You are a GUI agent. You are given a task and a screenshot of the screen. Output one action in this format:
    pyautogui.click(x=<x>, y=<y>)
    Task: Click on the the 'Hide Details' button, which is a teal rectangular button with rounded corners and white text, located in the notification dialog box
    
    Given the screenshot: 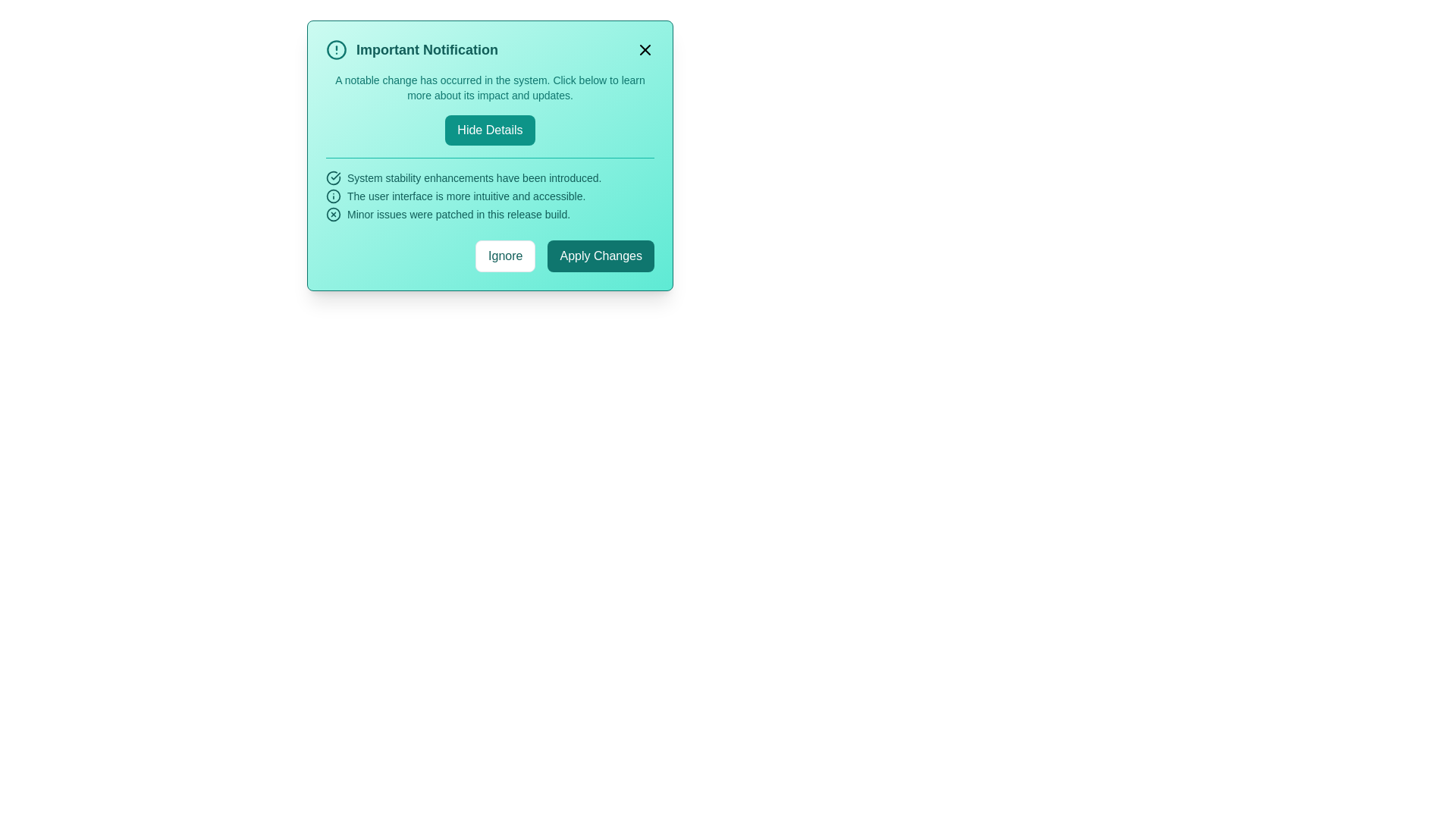 What is the action you would take?
    pyautogui.click(x=490, y=130)
    